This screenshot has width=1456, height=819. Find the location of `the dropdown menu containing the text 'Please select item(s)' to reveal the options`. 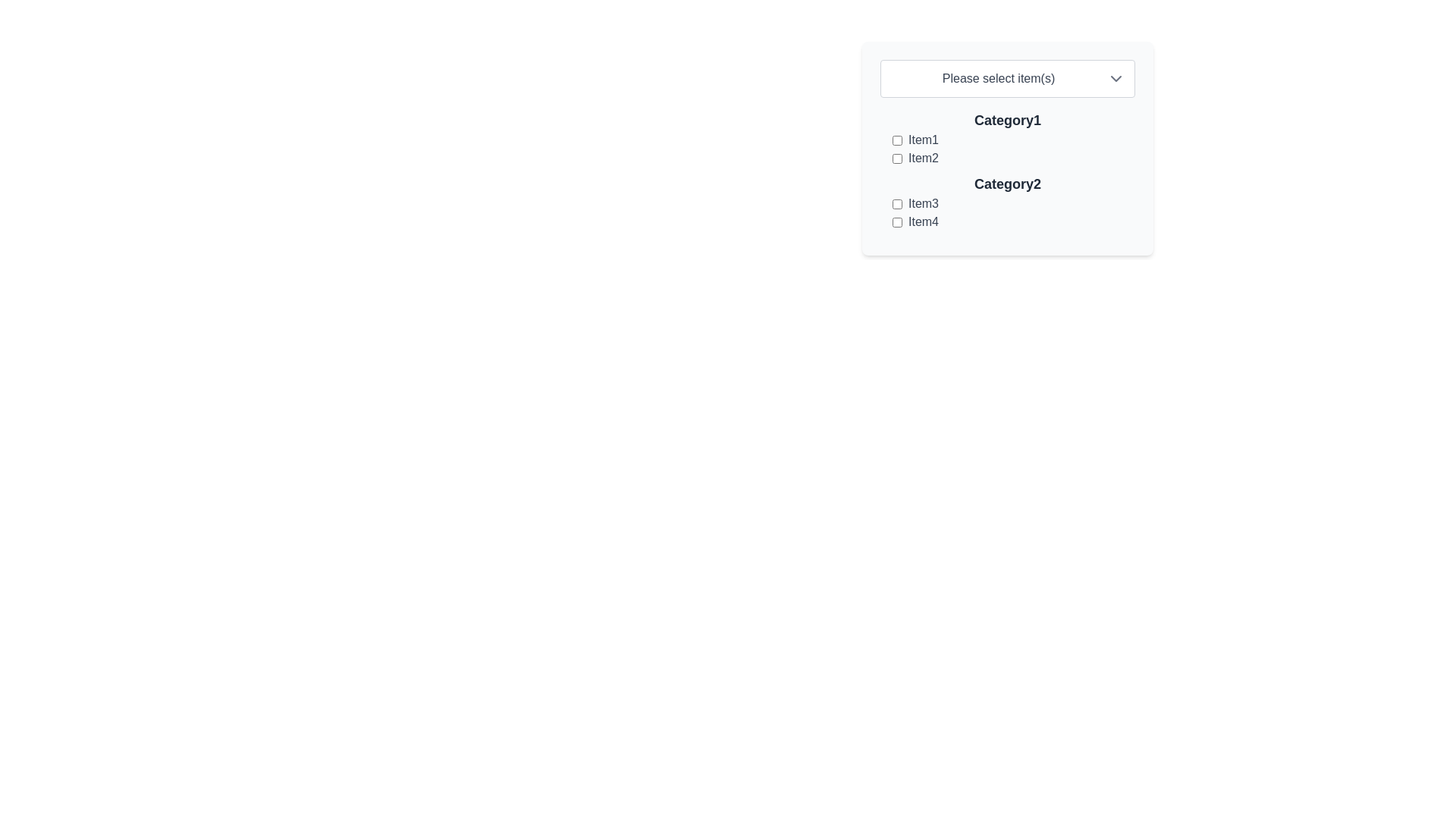

the dropdown menu containing the text 'Please select item(s)' to reveal the options is located at coordinates (998, 79).